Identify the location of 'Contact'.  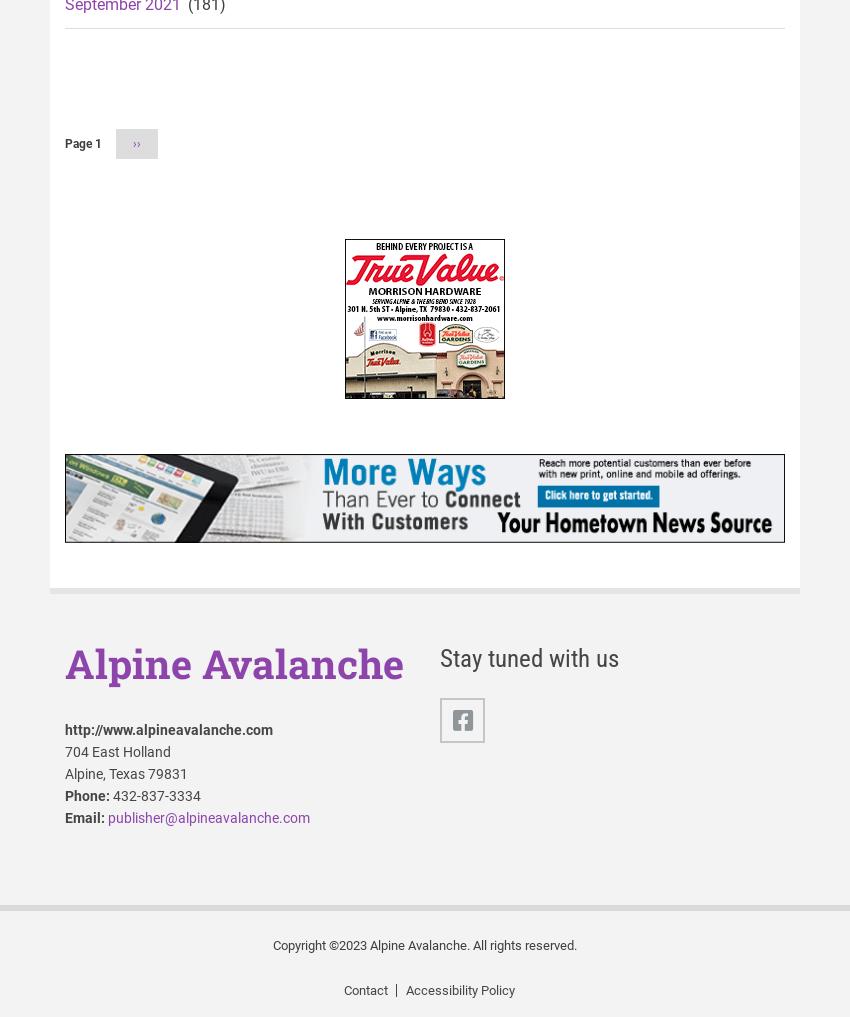
(363, 990).